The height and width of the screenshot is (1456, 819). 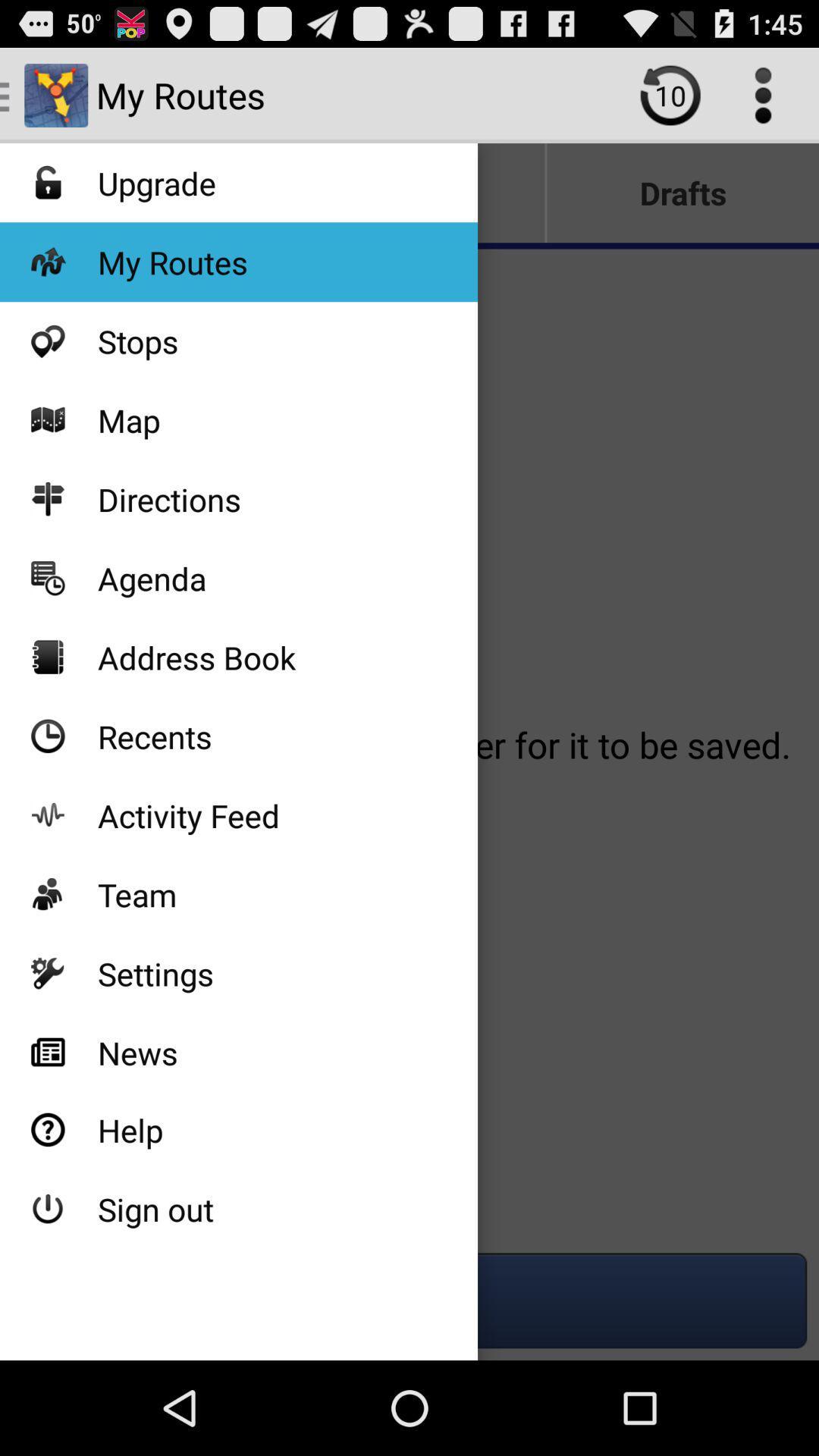 I want to click on the text which is in the retry button, so click(x=669, y=94).